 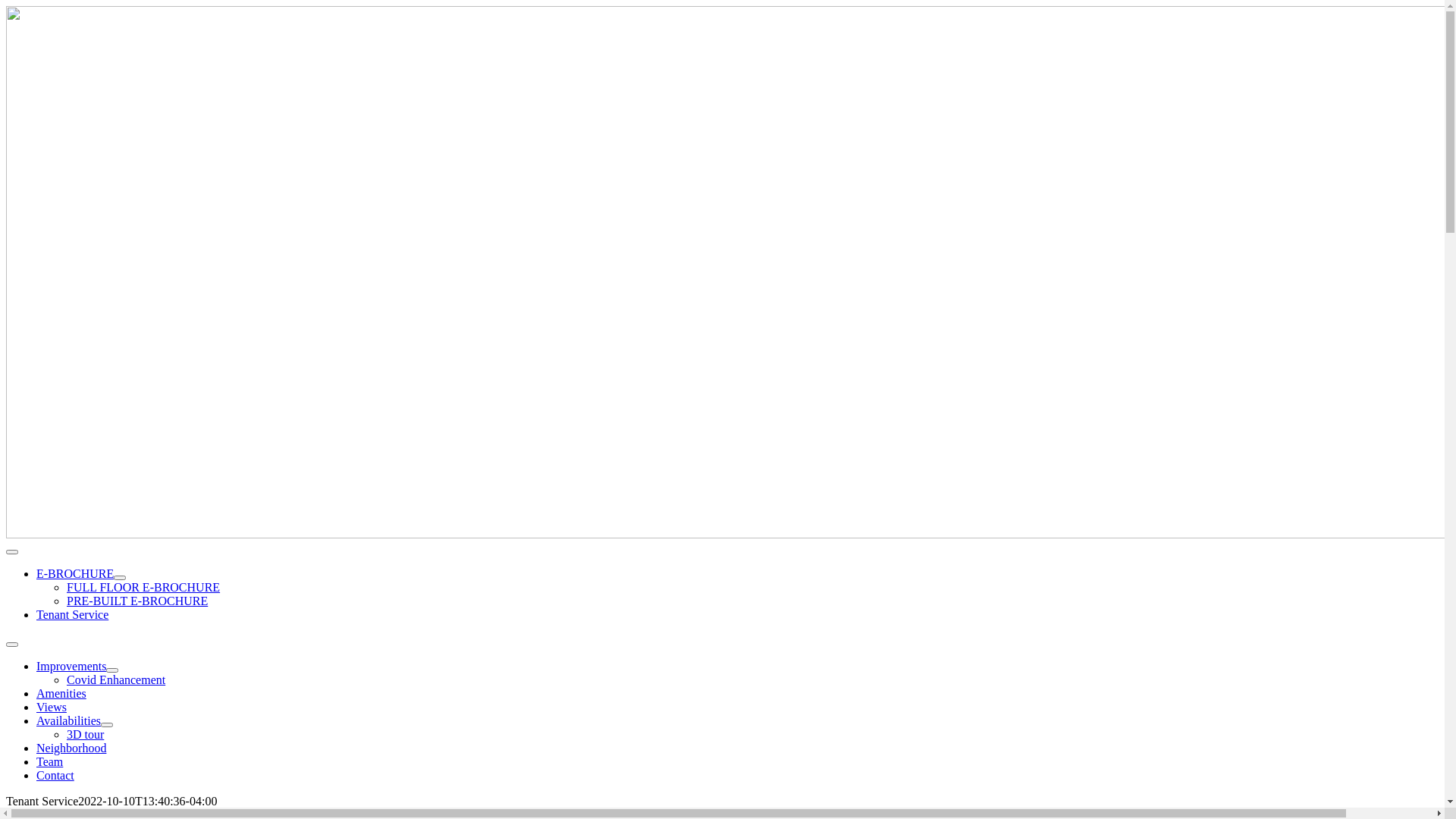 I want to click on 'Contact', so click(x=55, y=775).